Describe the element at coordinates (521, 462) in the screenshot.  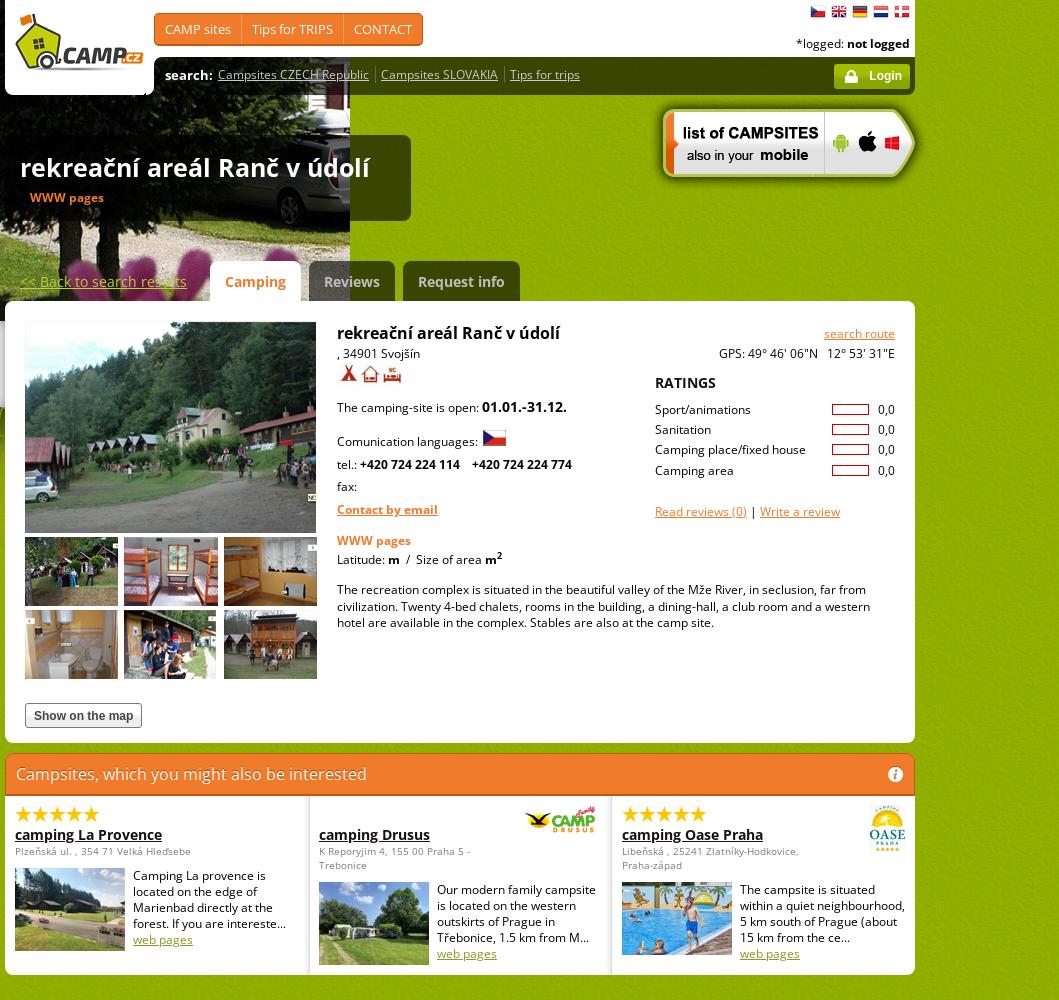
I see `'+420 724 224 774'` at that location.